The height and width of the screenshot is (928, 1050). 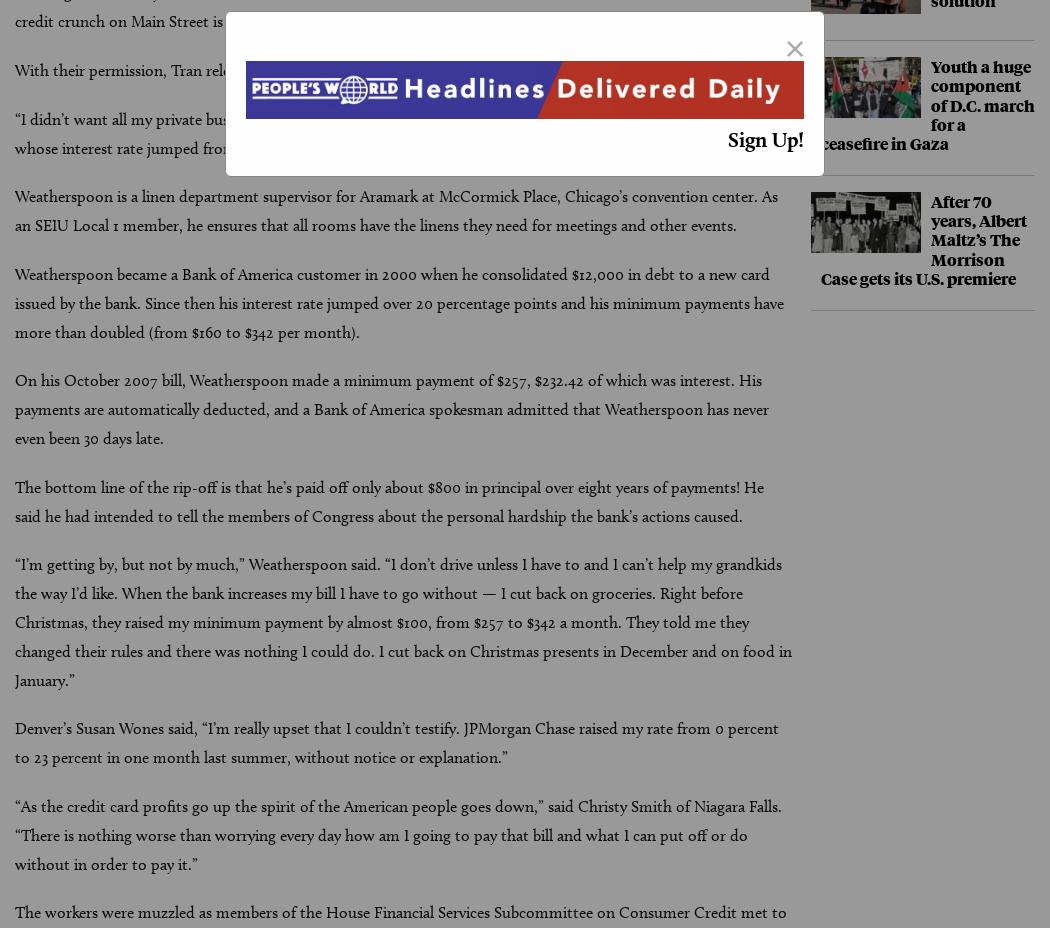 I want to click on 'On his October 2007 bill, Weatherspoon made a minimum payment of $257, $232.42 of which was interest. His payments are automatically deducted, and a Bank of America spokesman admitted that Weatherspoon has never even been 30 days late.', so click(x=391, y=408).